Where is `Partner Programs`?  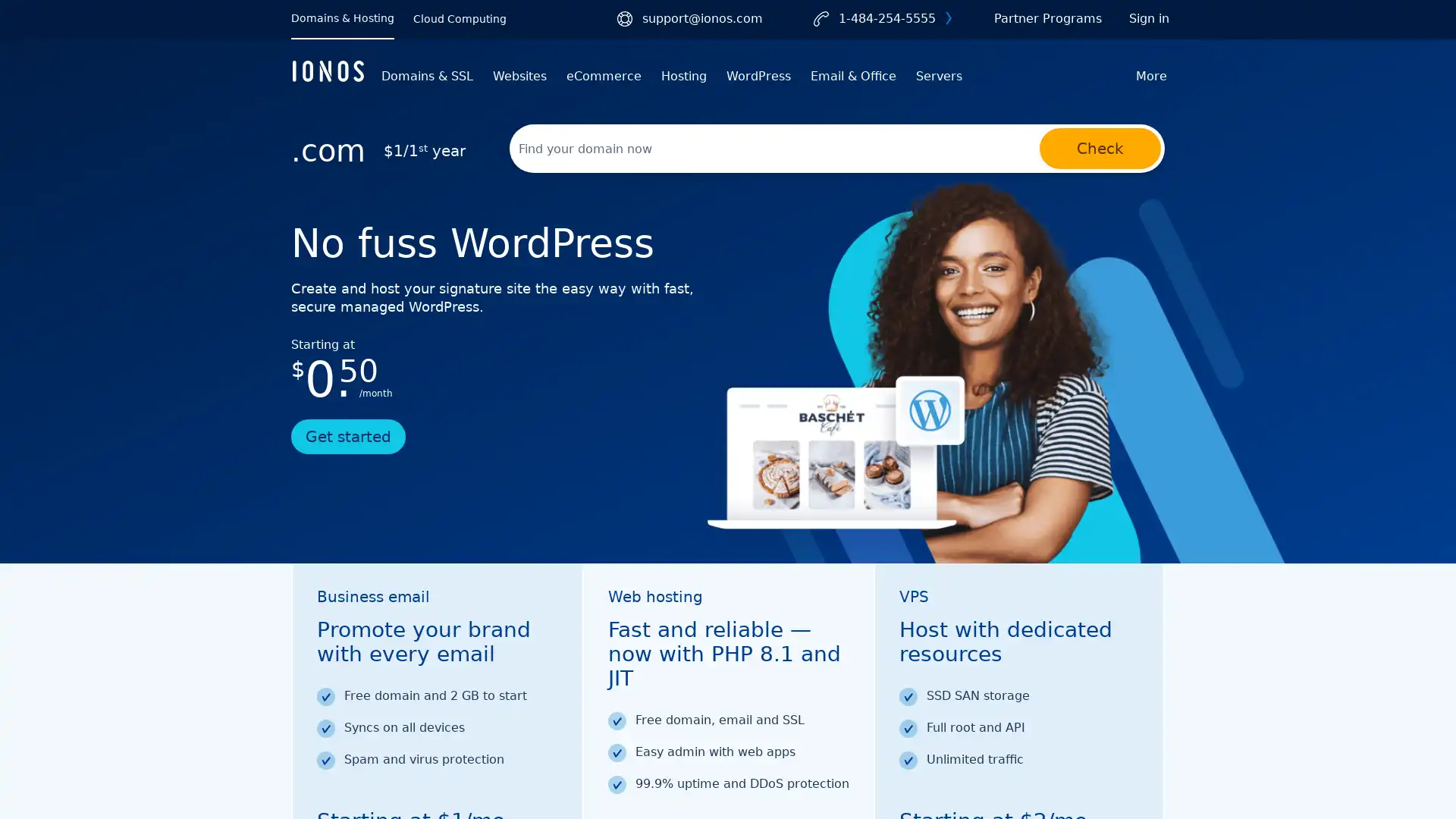
Partner Programs is located at coordinates (1046, 18).